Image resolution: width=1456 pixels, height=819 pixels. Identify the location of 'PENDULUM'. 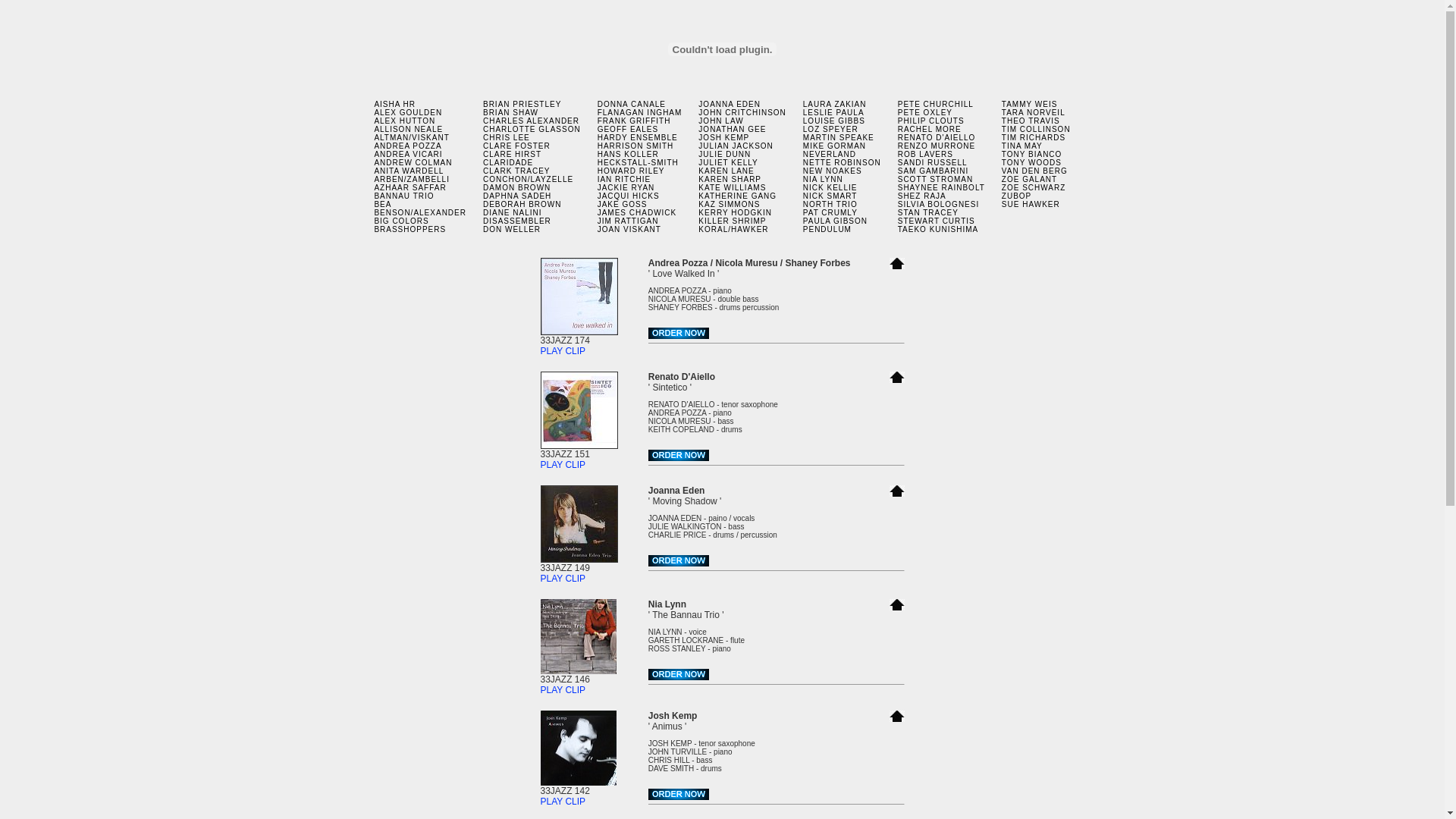
(826, 229).